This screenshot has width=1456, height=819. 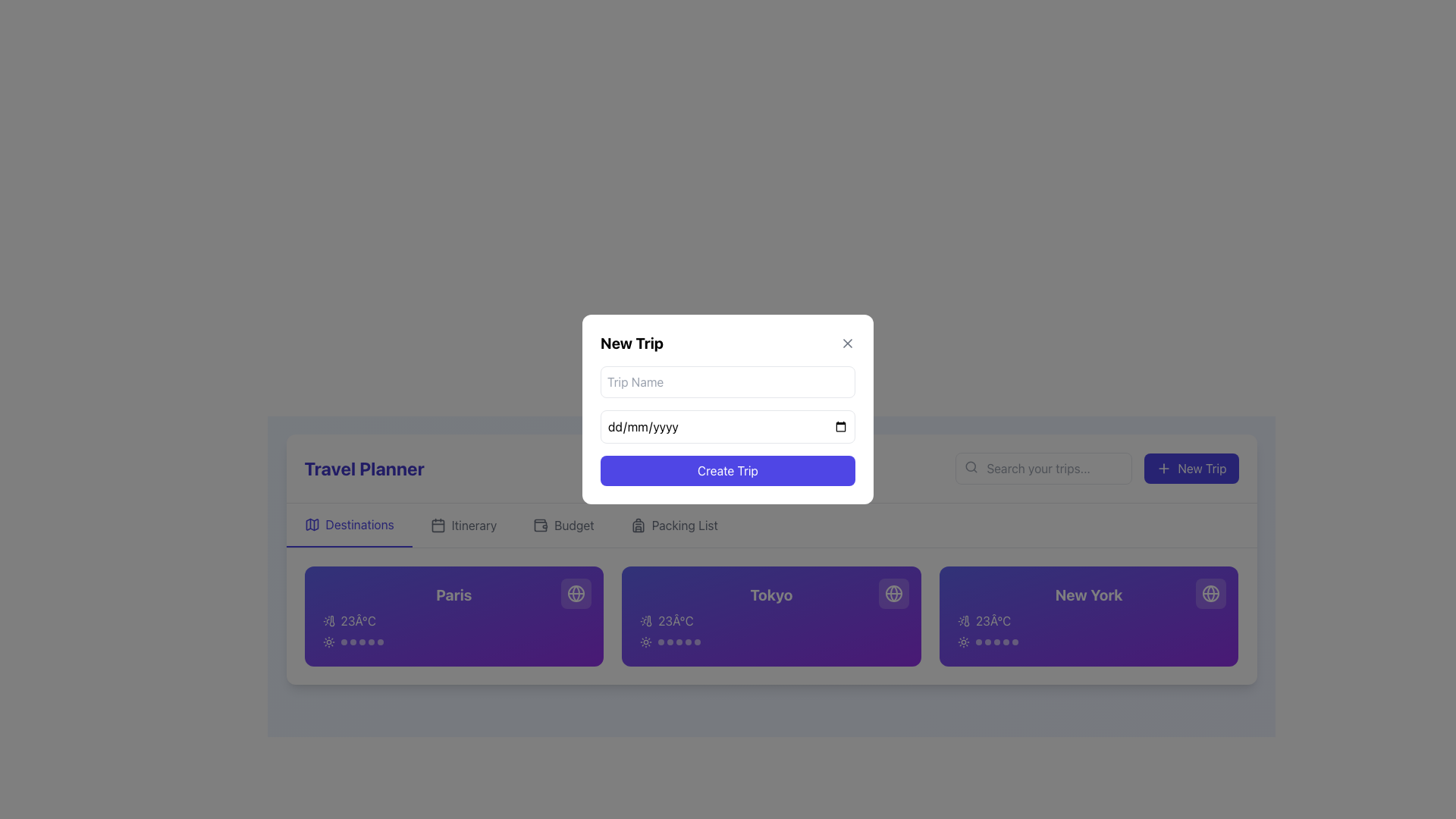 What do you see at coordinates (576, 593) in the screenshot?
I see `the small, square button with a globe icon located at the top-right corner of the card displaying 'Paris 23°C'` at bounding box center [576, 593].